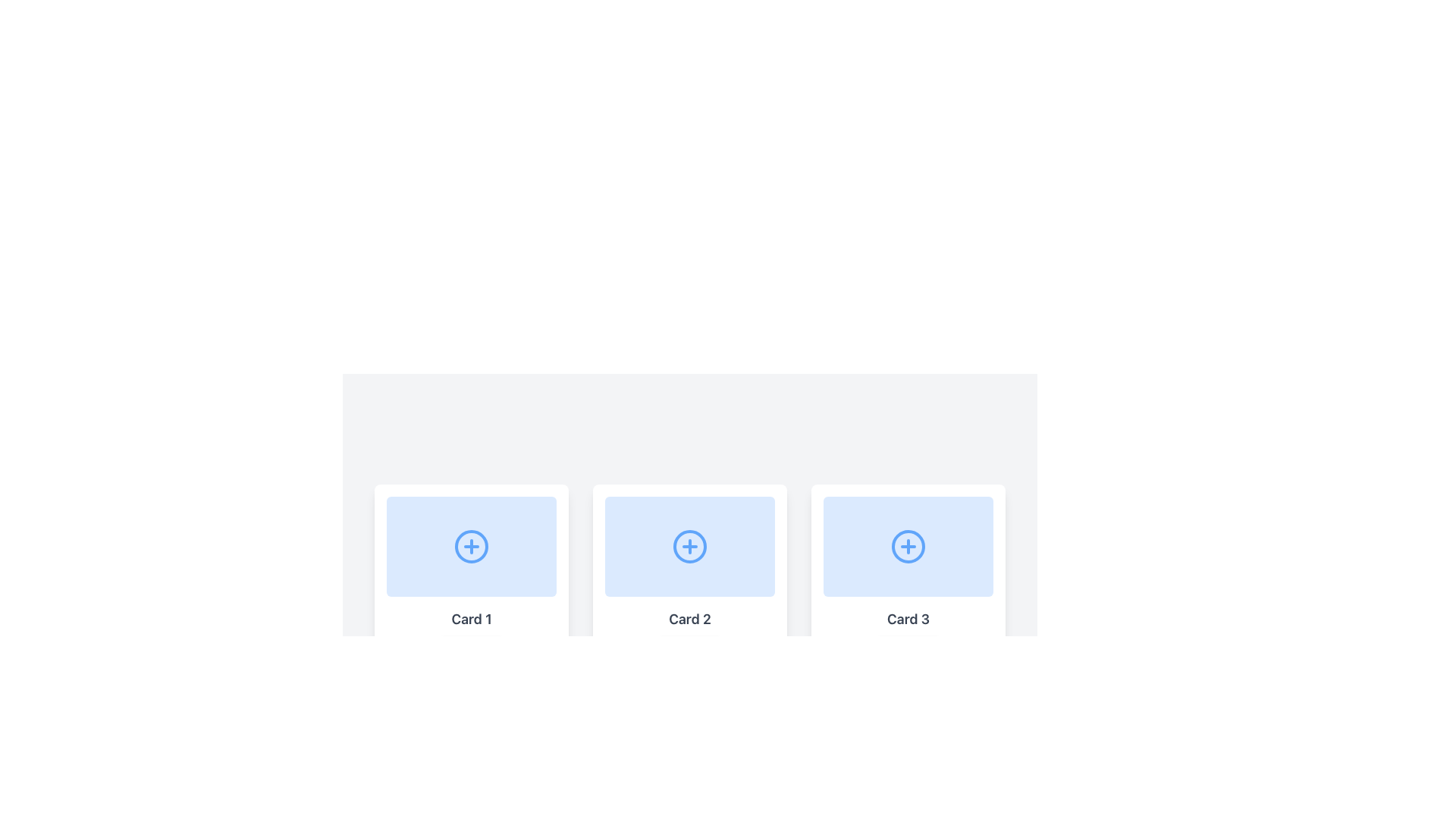  I want to click on the circle located at the center of the plus icon on Card 2, which is intended for adding new items or functionality, so click(689, 547).